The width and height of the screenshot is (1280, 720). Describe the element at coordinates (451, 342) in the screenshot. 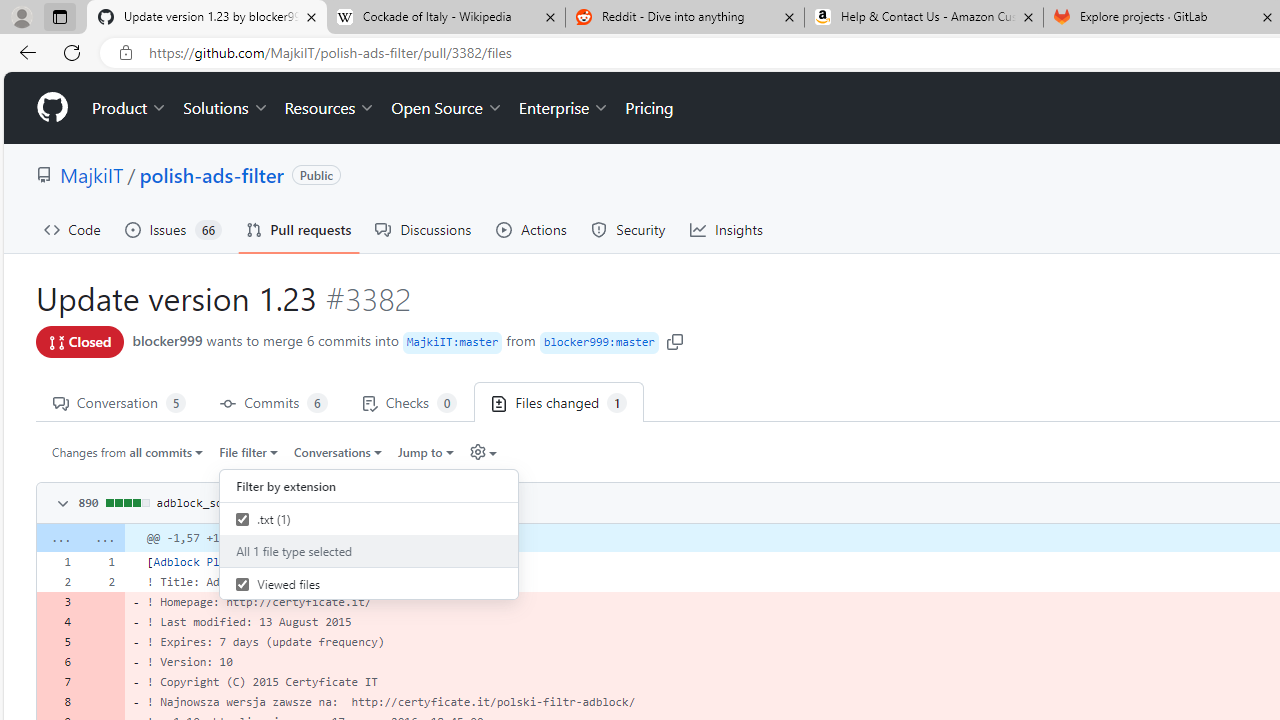

I see `'MajkiIT : master'` at that location.